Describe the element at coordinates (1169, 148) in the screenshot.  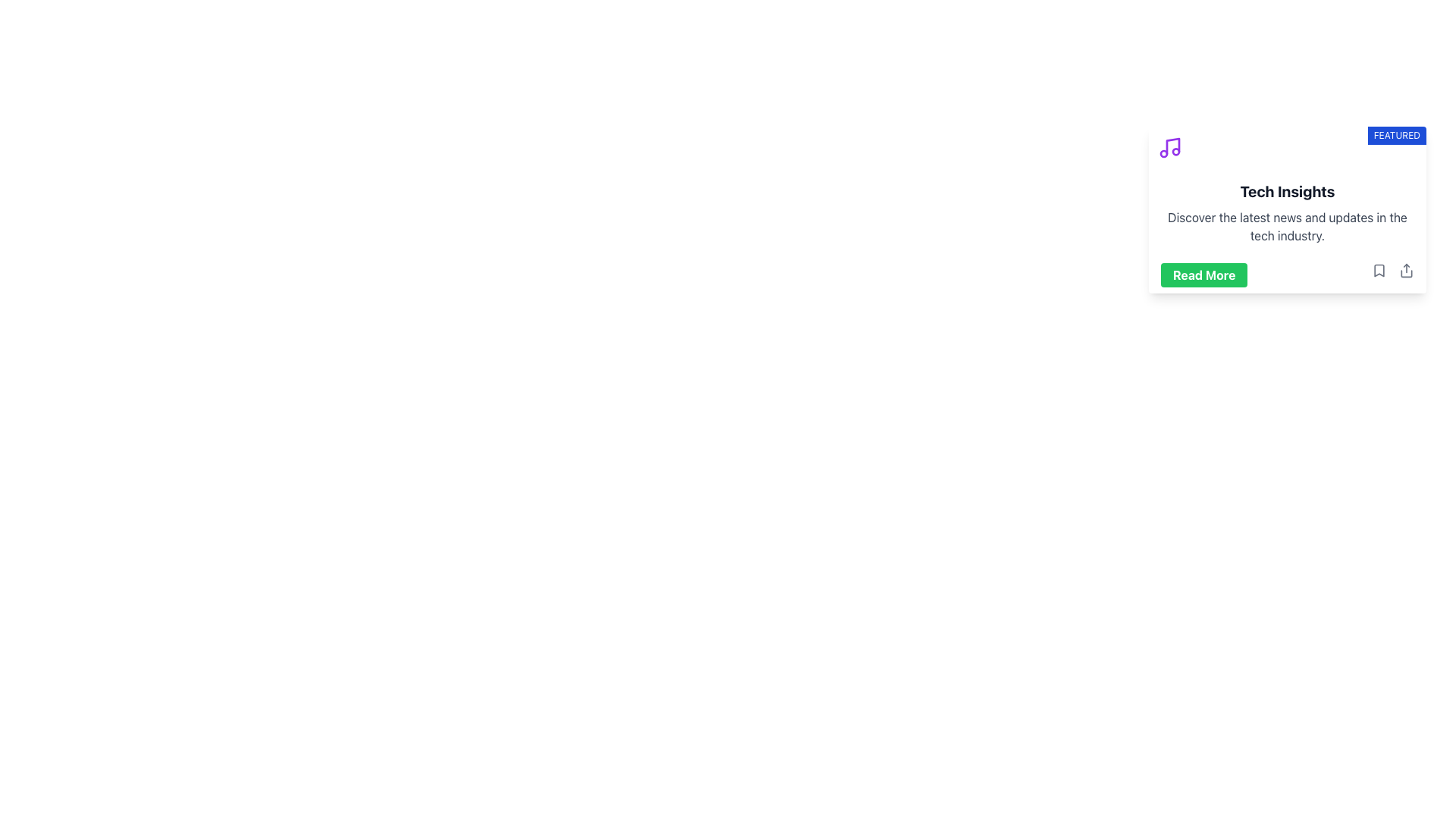
I see `the music graphic icon located in the upper-left corner of the card-like component` at that location.